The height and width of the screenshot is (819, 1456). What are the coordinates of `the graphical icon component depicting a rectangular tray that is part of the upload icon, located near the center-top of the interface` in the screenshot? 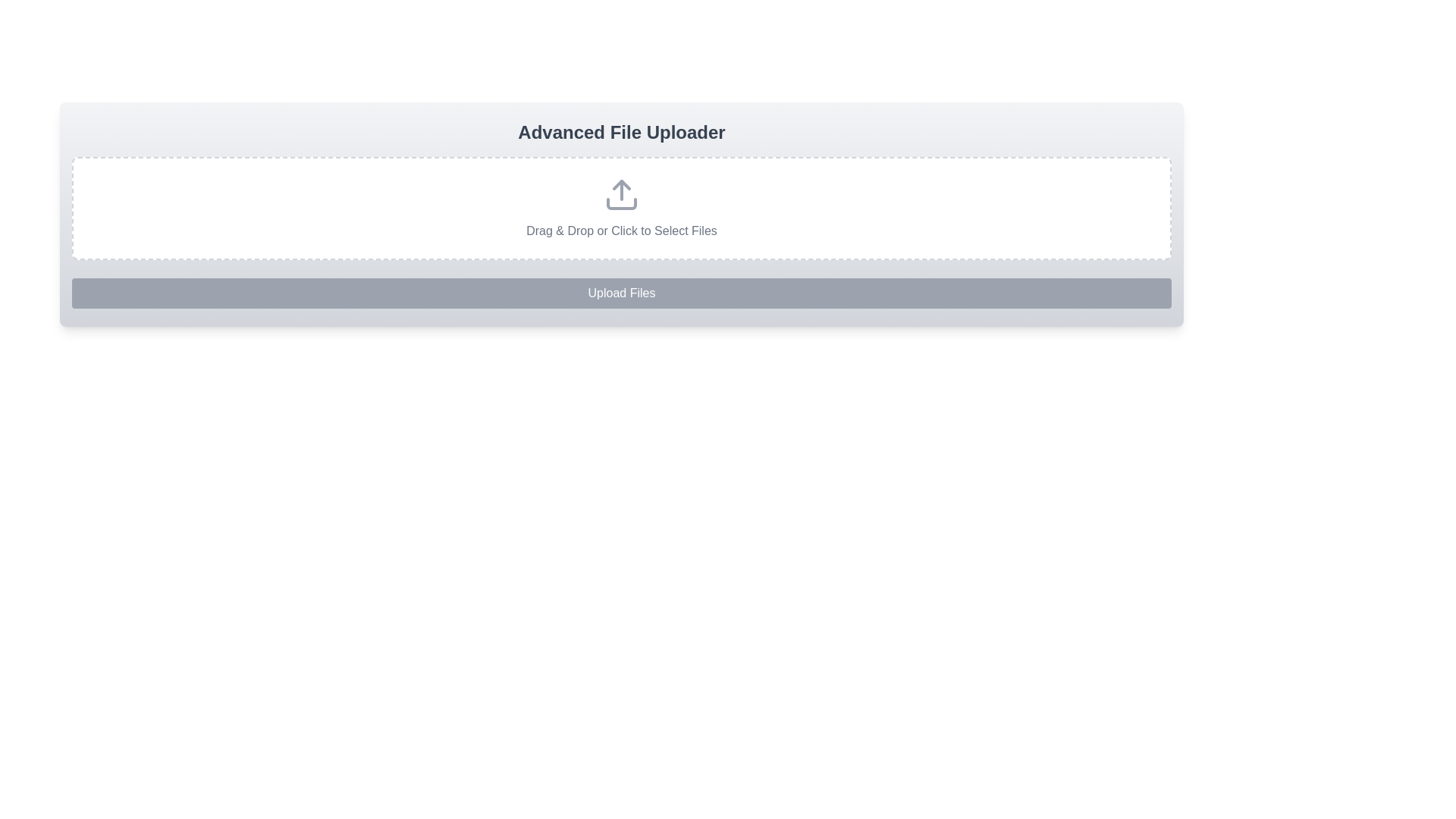 It's located at (622, 203).